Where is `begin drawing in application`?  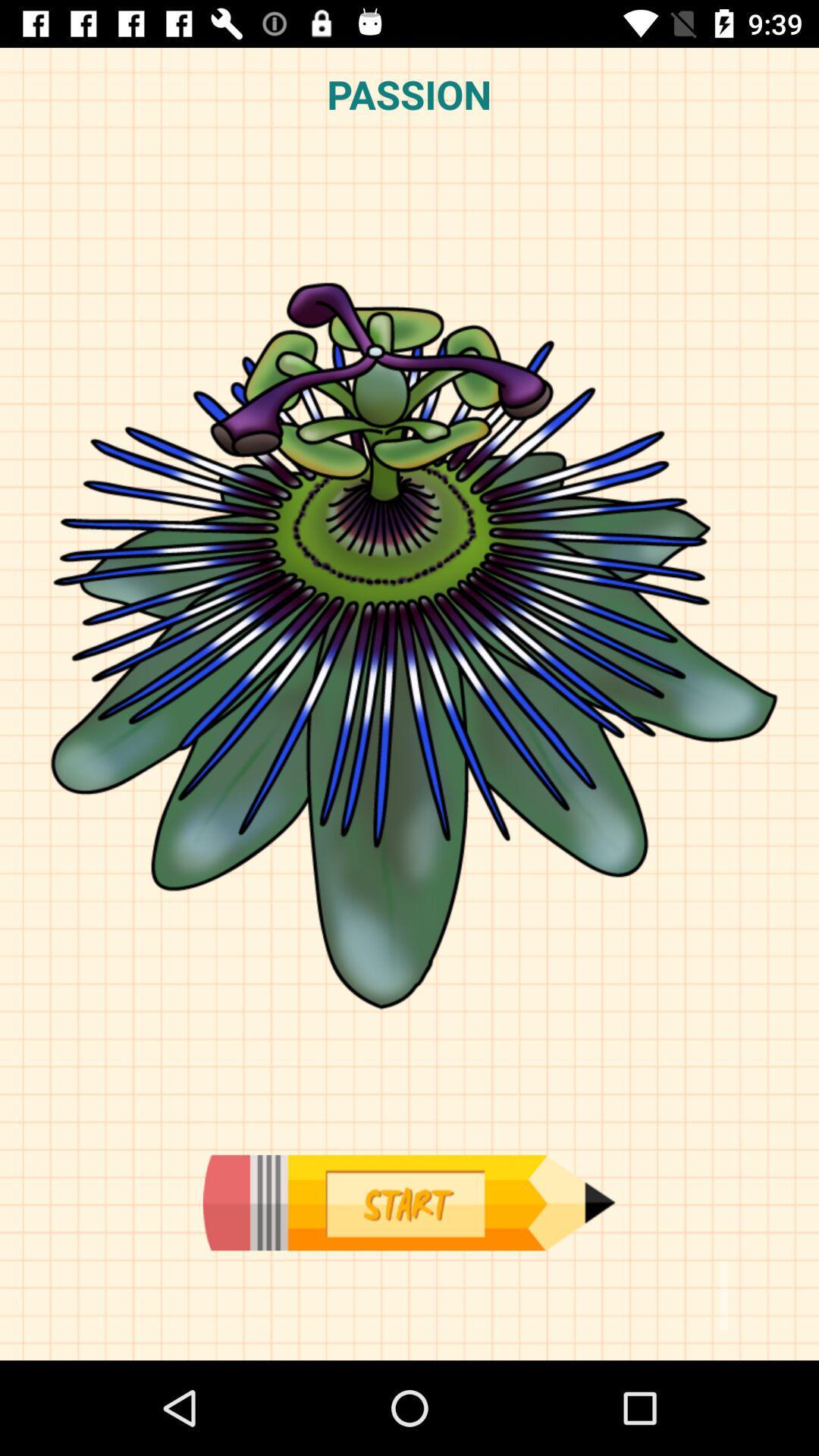 begin drawing in application is located at coordinates (408, 1202).